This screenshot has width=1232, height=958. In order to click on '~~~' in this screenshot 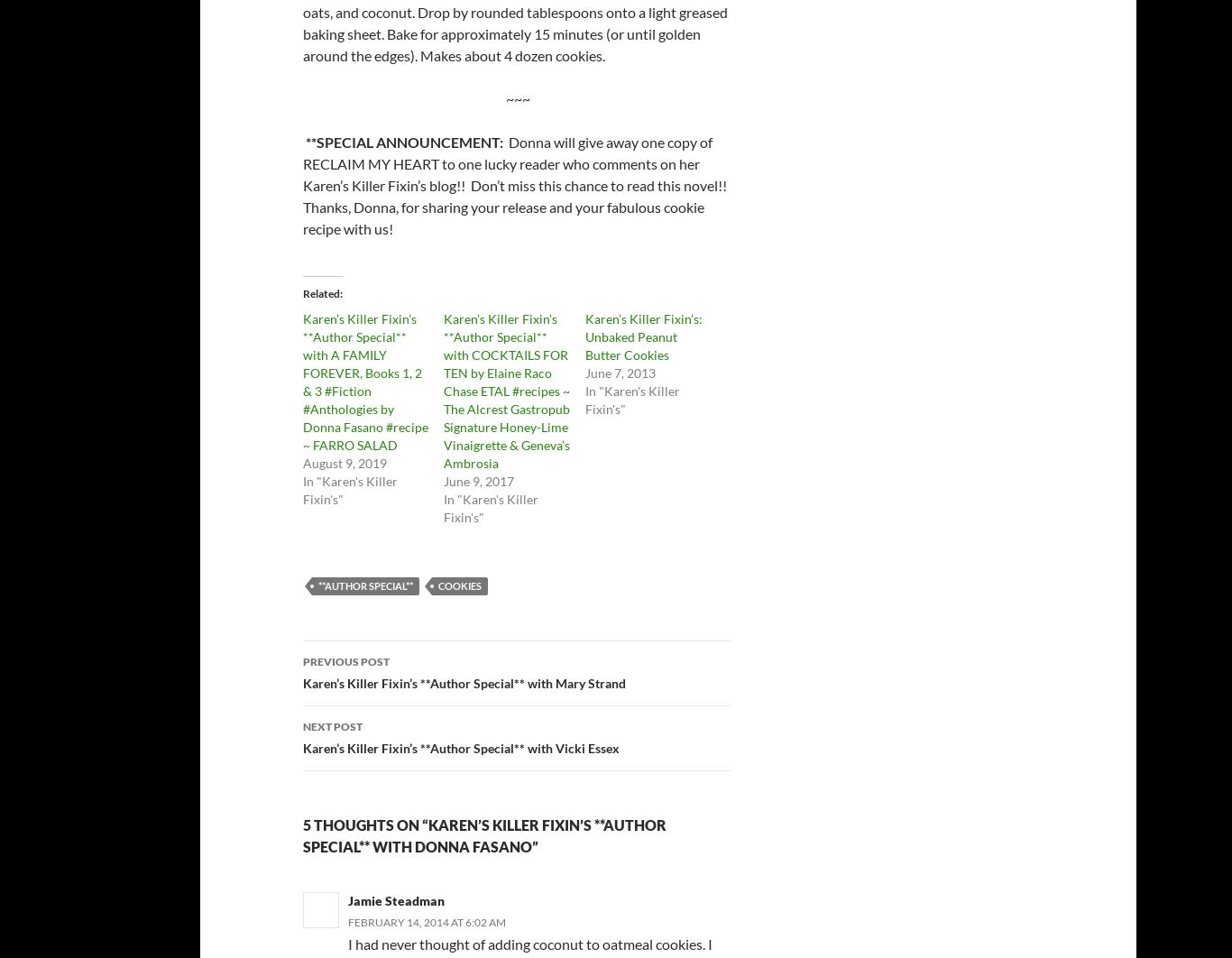, I will do `click(516, 98)`.